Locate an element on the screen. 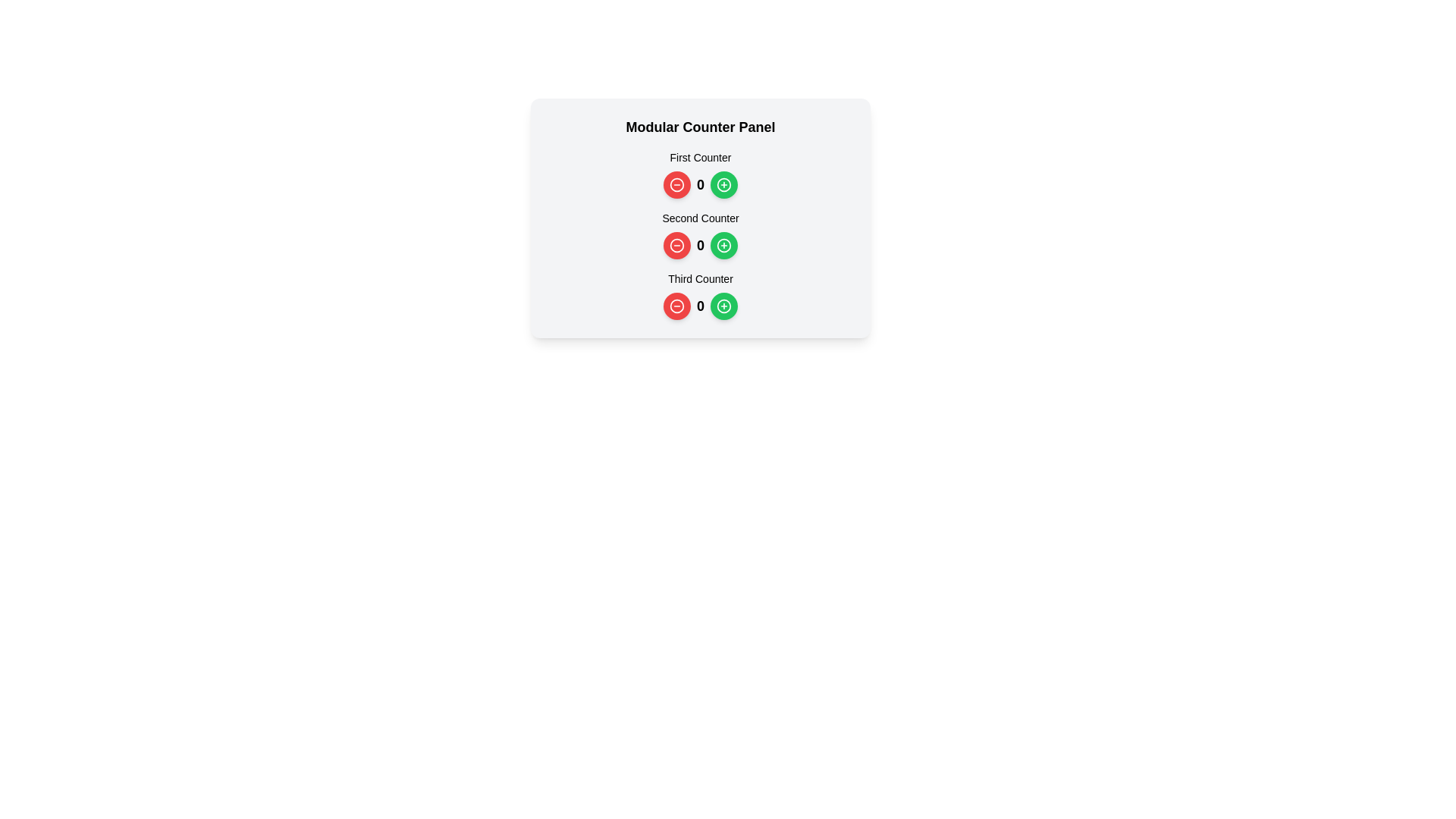 This screenshot has height=819, width=1456. the circular decrement button located to the immediate left of the counter value in the second row of the modular counter panel is located at coordinates (676, 245).